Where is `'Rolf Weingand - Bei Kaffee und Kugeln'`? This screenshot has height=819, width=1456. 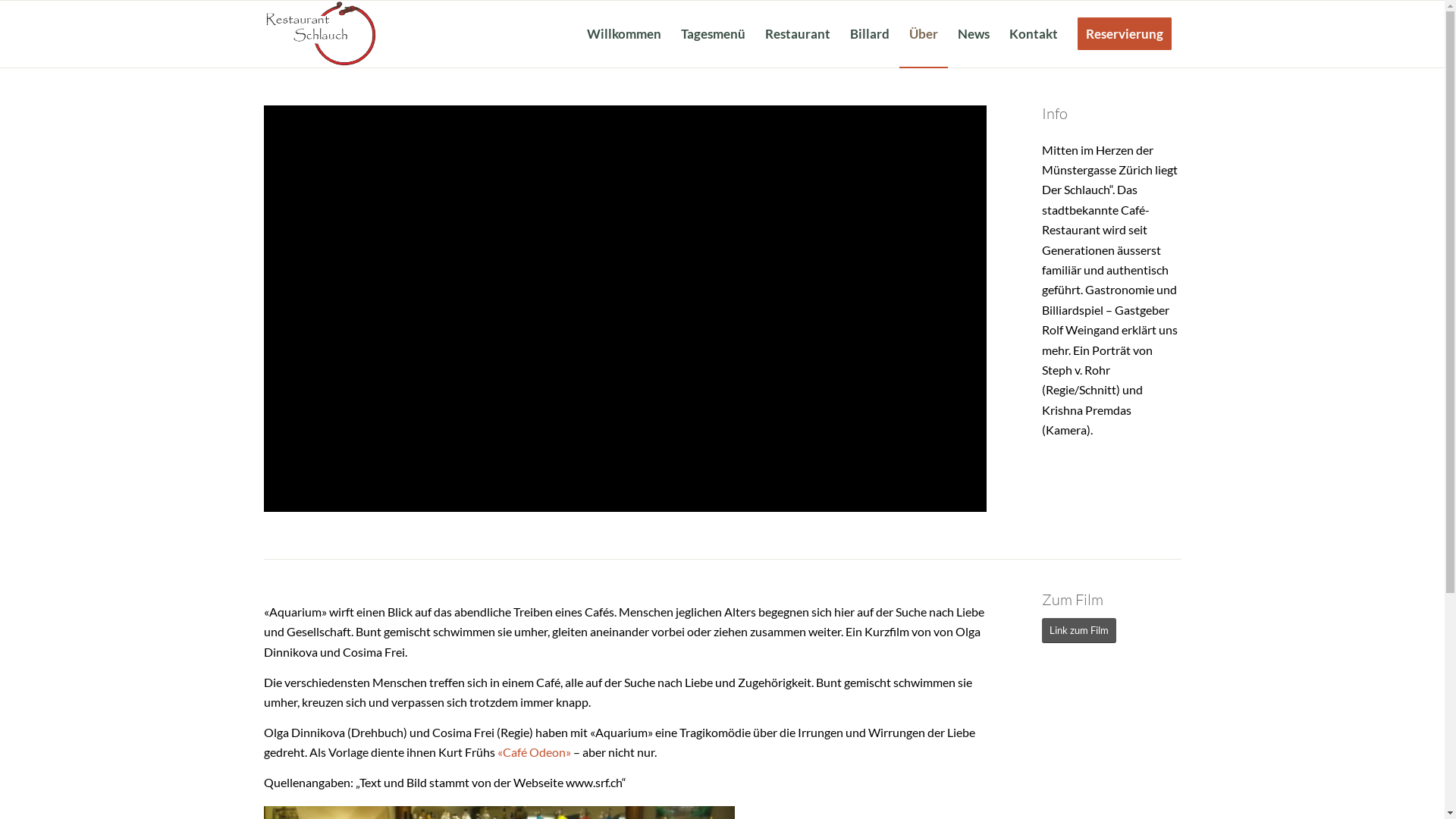 'Rolf Weingand - Bei Kaffee und Kugeln' is located at coordinates (625, 308).